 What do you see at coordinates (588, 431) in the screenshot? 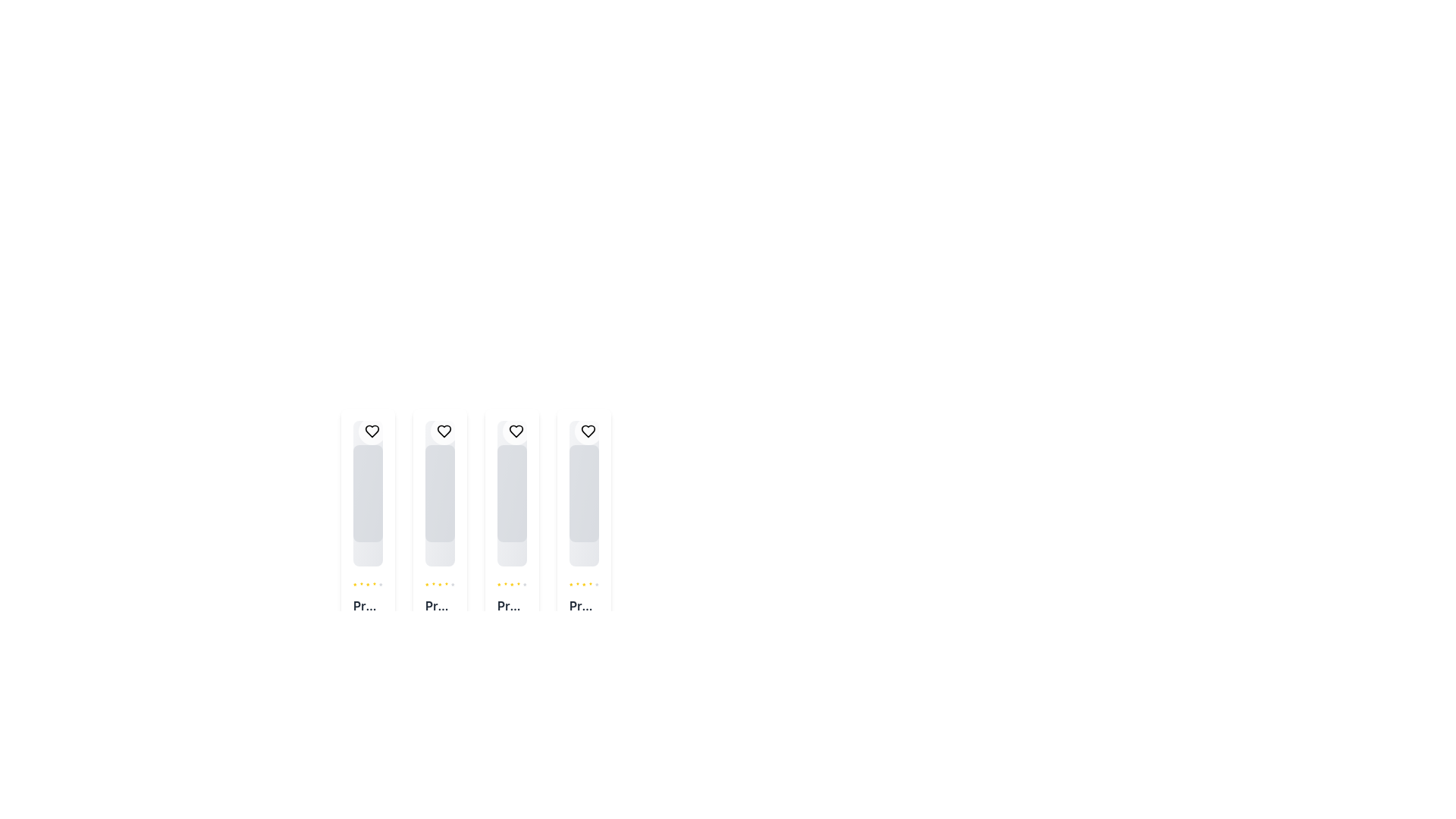
I see `the fourth heart icon in a row, which is outlined in black and represents a 'favorite' functionality` at bounding box center [588, 431].